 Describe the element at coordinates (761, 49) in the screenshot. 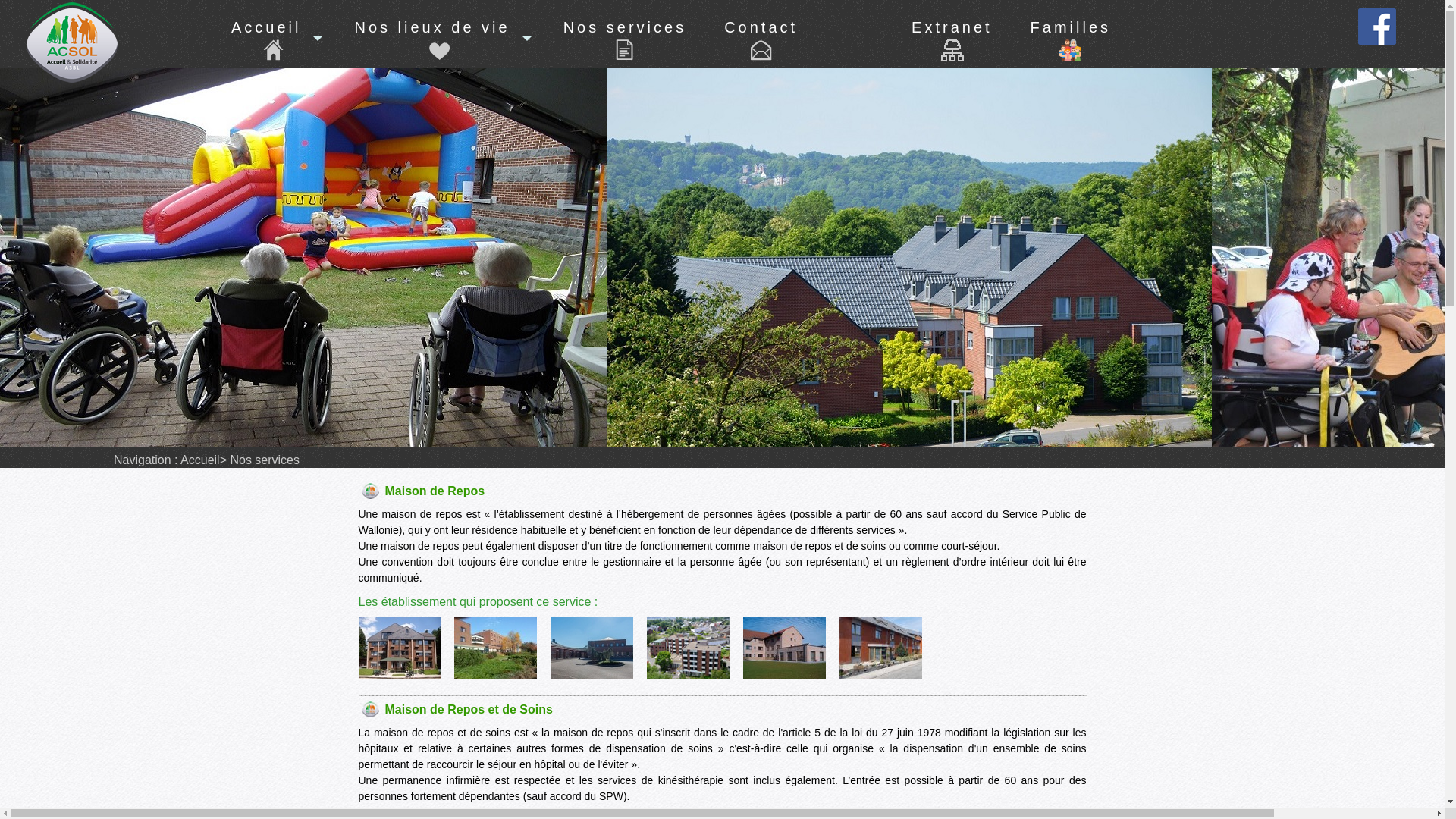

I see `'Contact'` at that location.